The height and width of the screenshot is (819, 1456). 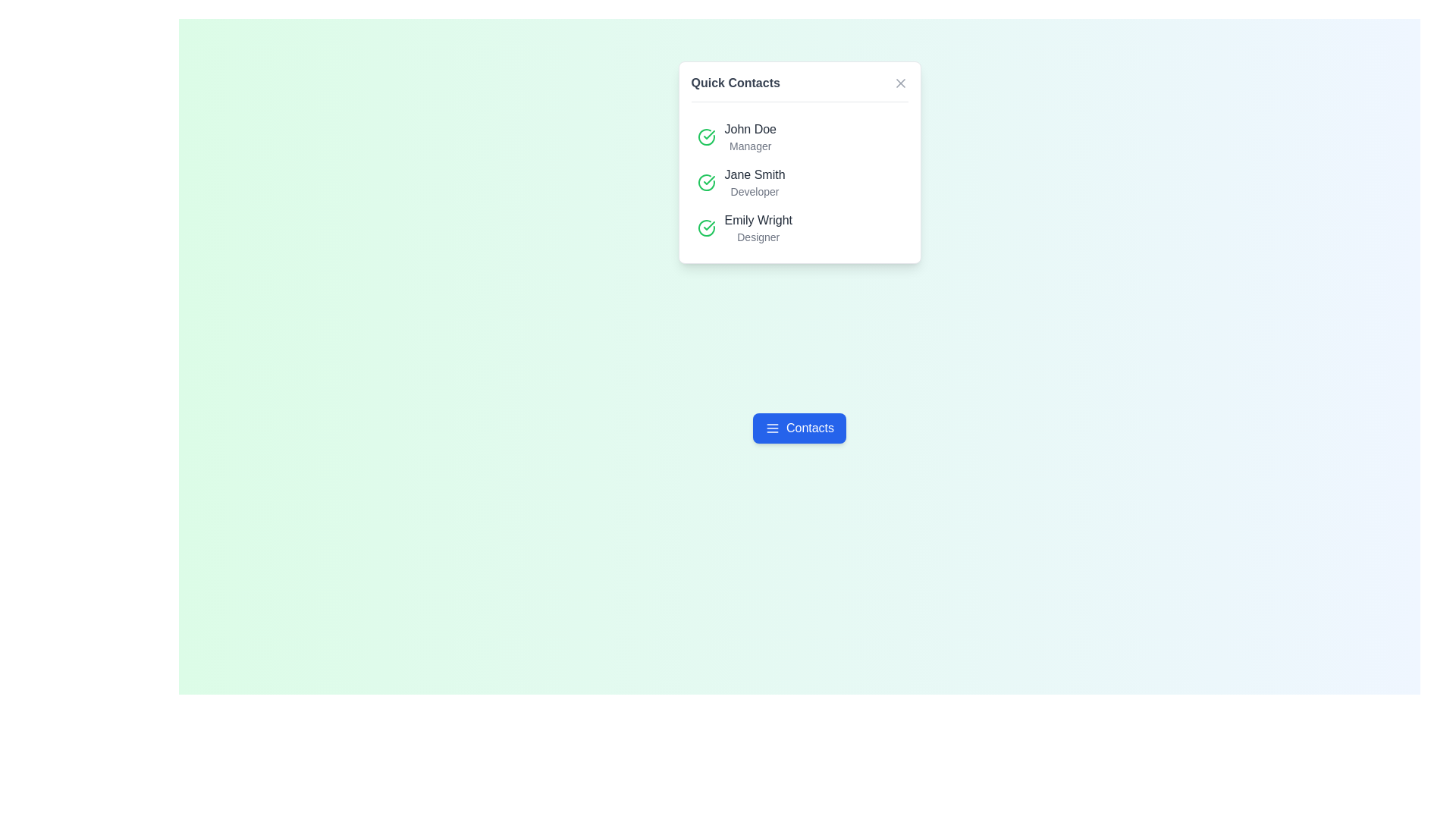 What do you see at coordinates (900, 83) in the screenshot?
I see `the close button located at the top right corner of the 'Quick Contacts' dialog box` at bounding box center [900, 83].